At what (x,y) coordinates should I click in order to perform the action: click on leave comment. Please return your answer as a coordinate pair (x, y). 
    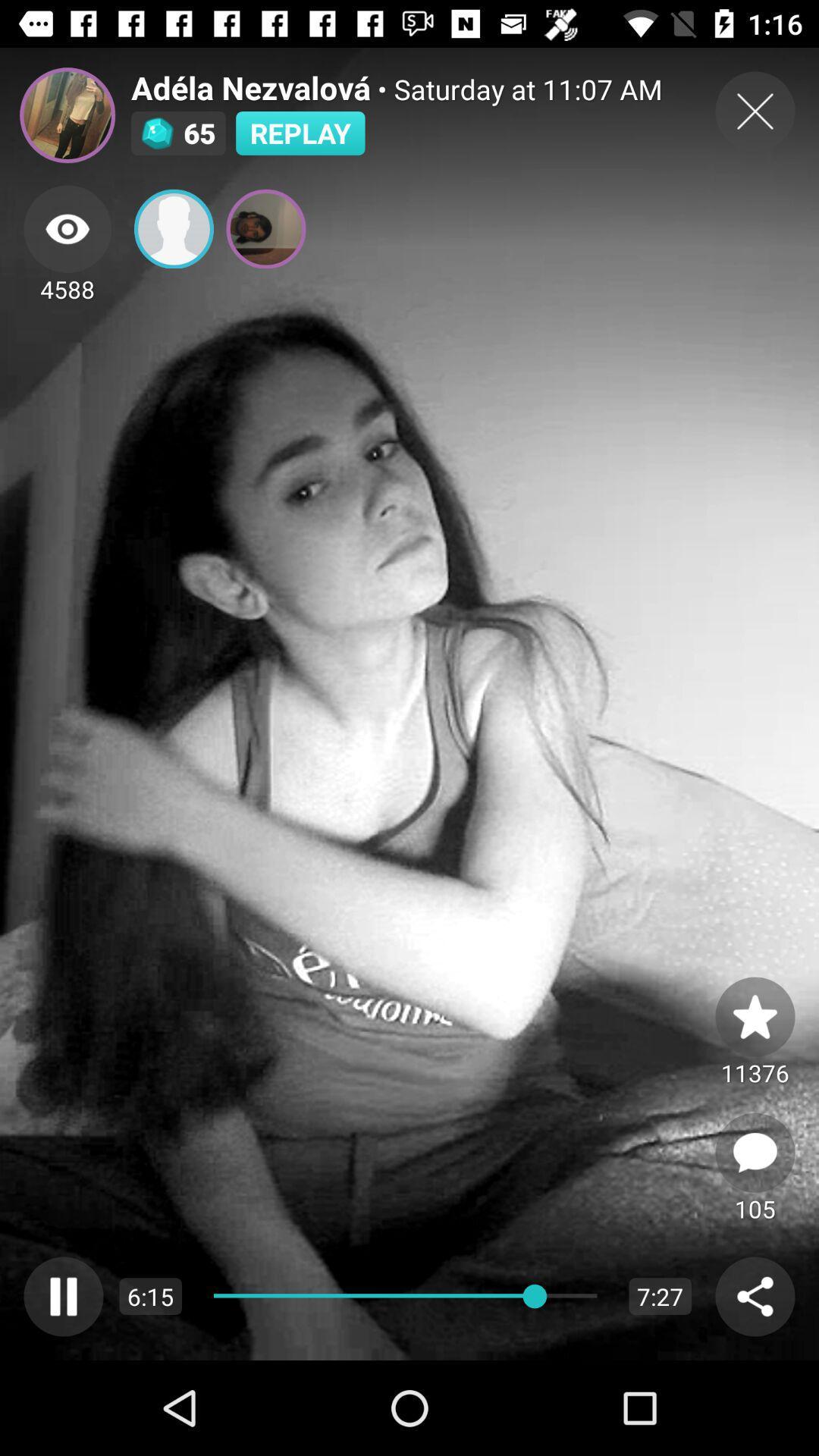
    Looking at the image, I should click on (755, 1153).